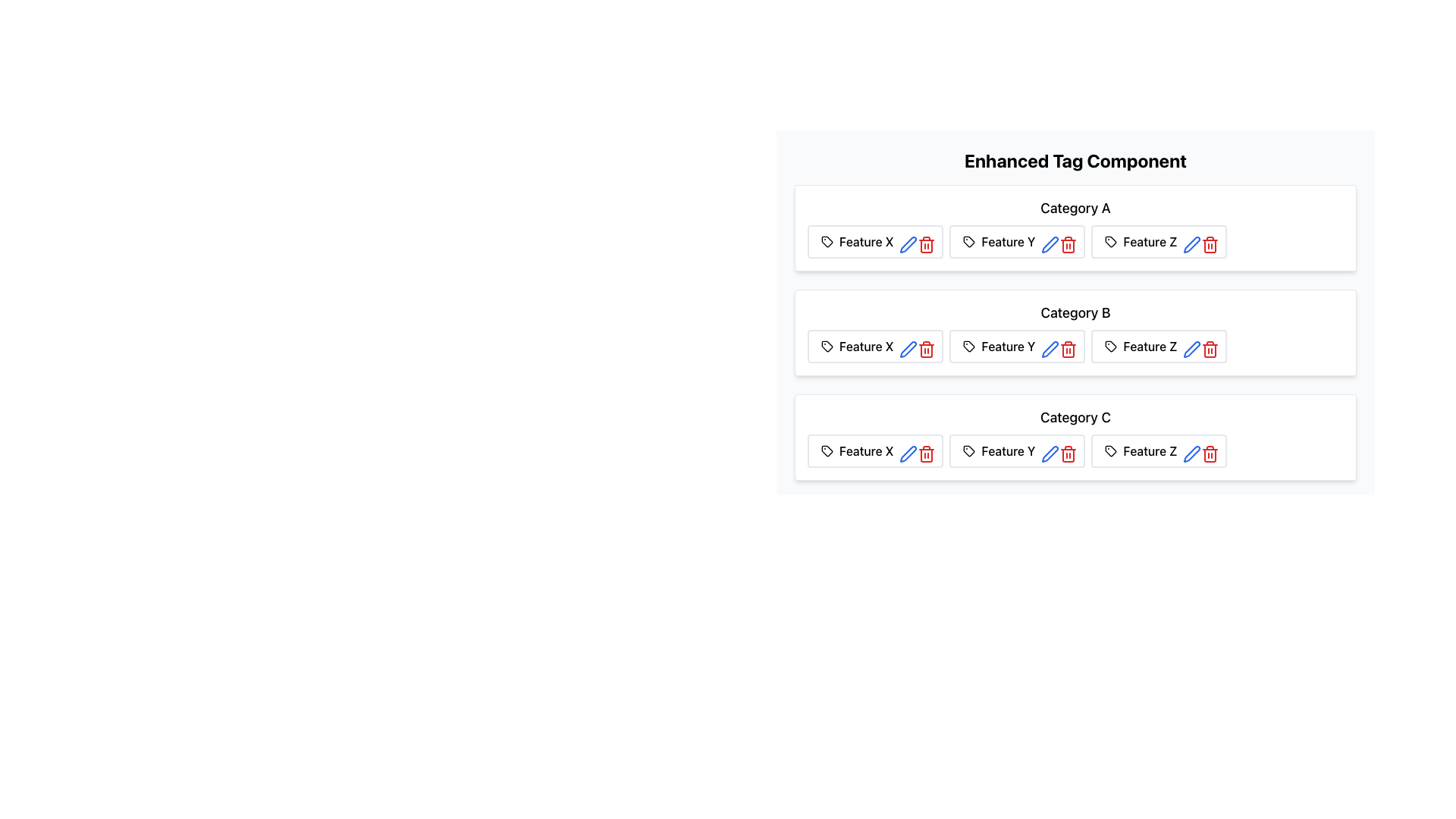  I want to click on the text label displaying 'Feature Y' with a yellow background and rounded borders, located in the second slot of the first row in the 'Category A' section, so click(1008, 241).